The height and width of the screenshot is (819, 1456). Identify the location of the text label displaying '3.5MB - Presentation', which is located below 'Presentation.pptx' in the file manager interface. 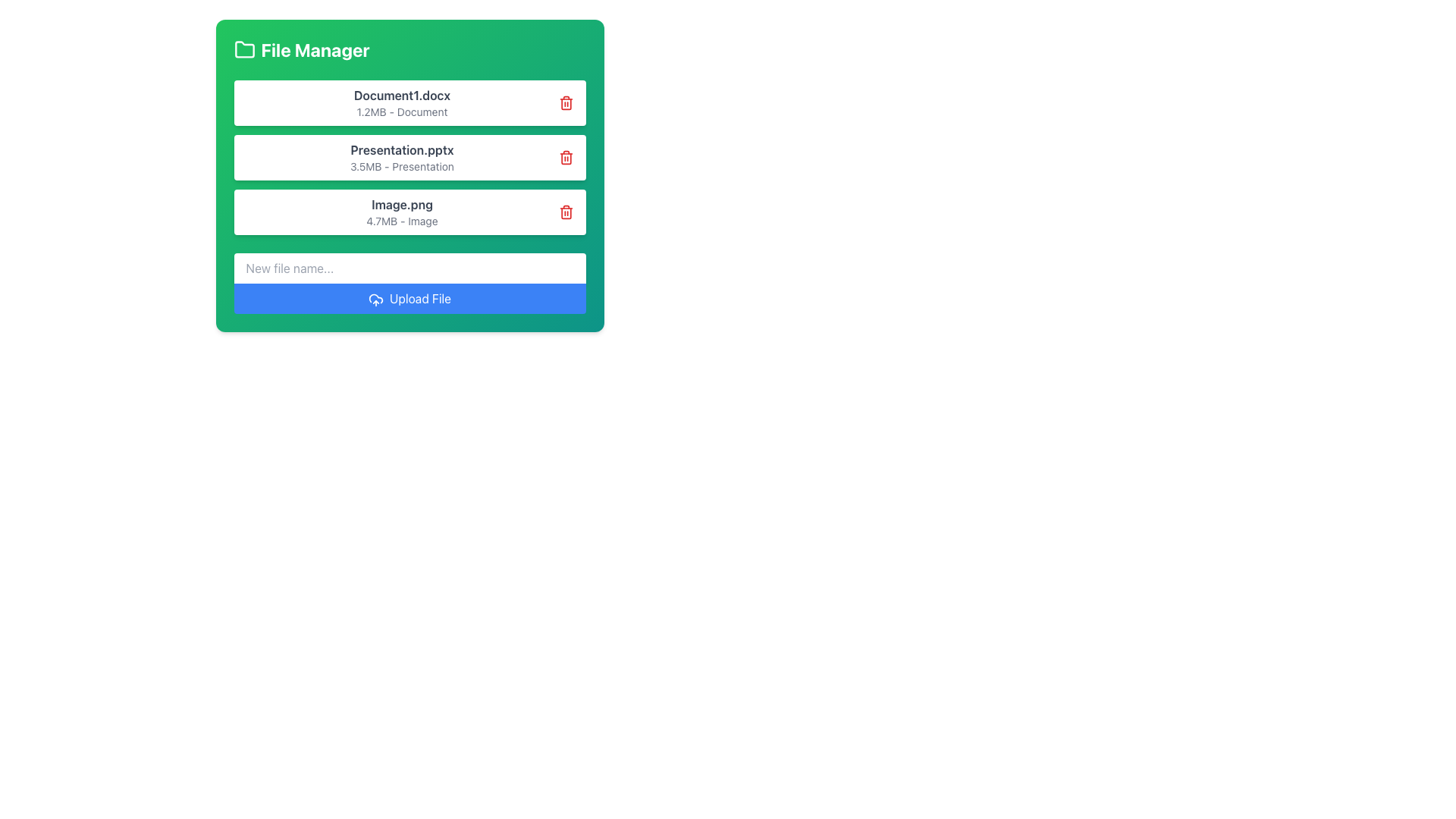
(402, 166).